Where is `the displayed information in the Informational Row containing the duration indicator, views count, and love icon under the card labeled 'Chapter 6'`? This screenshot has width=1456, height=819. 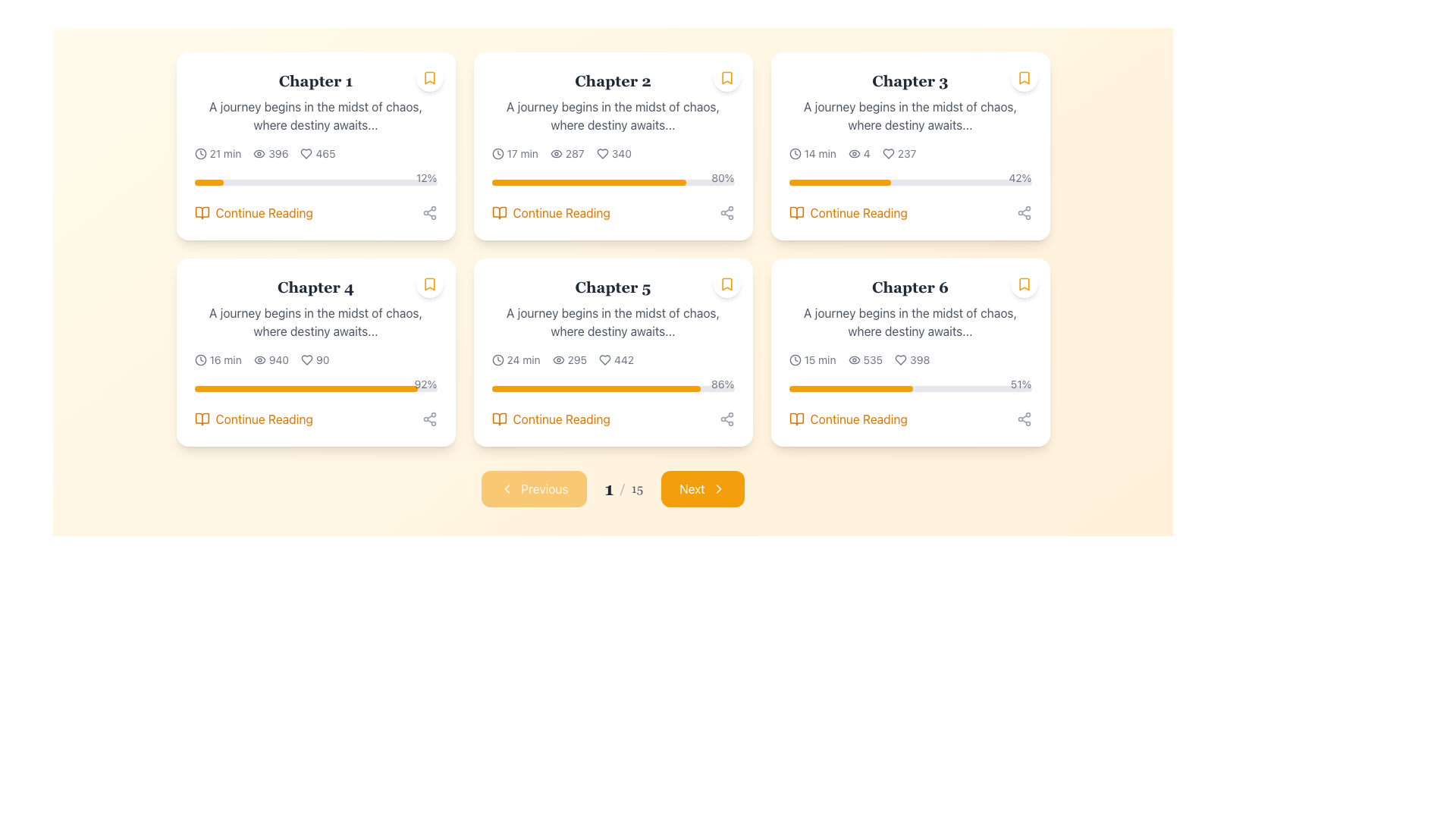 the displayed information in the Informational Row containing the duration indicator, views count, and love icon under the card labeled 'Chapter 6' is located at coordinates (910, 359).